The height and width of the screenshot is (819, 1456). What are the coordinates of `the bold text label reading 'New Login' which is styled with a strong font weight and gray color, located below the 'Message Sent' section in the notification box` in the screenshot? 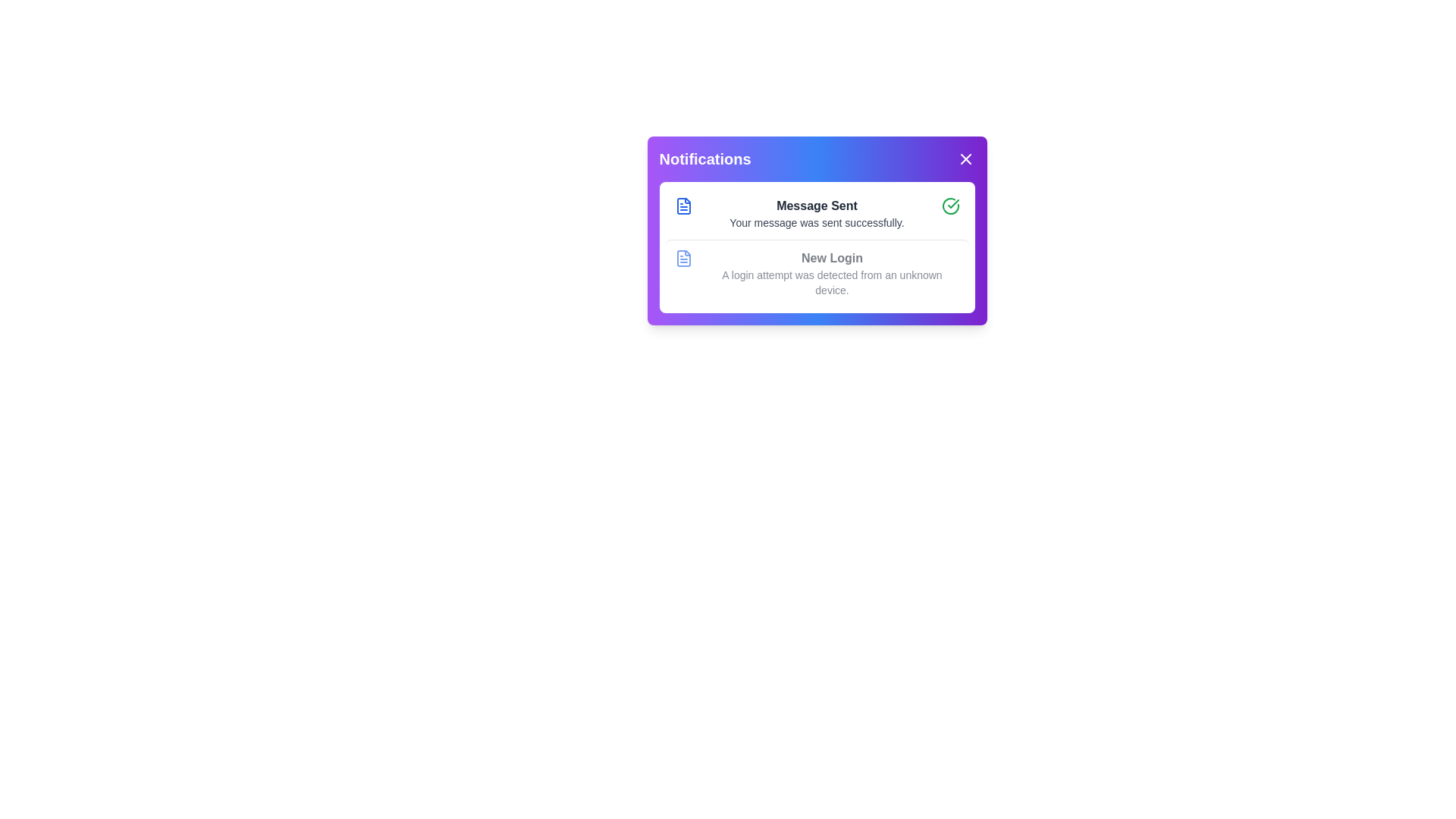 It's located at (831, 257).